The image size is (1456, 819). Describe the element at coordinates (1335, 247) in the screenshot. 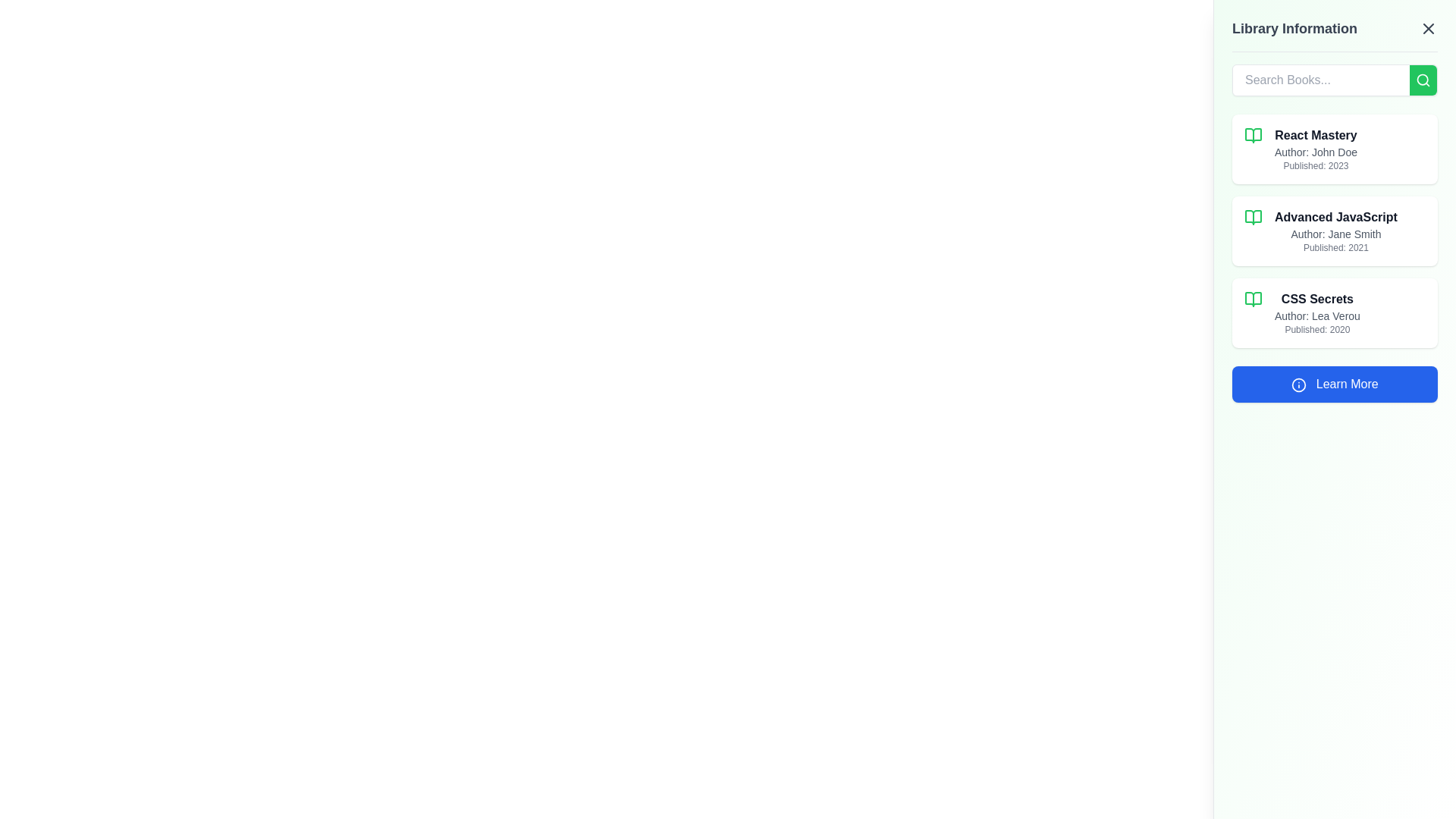

I see `the static text label that displays the publication year of the book 'Advanced JavaScript', located beneath the author's name 'Jane Smith'` at that location.